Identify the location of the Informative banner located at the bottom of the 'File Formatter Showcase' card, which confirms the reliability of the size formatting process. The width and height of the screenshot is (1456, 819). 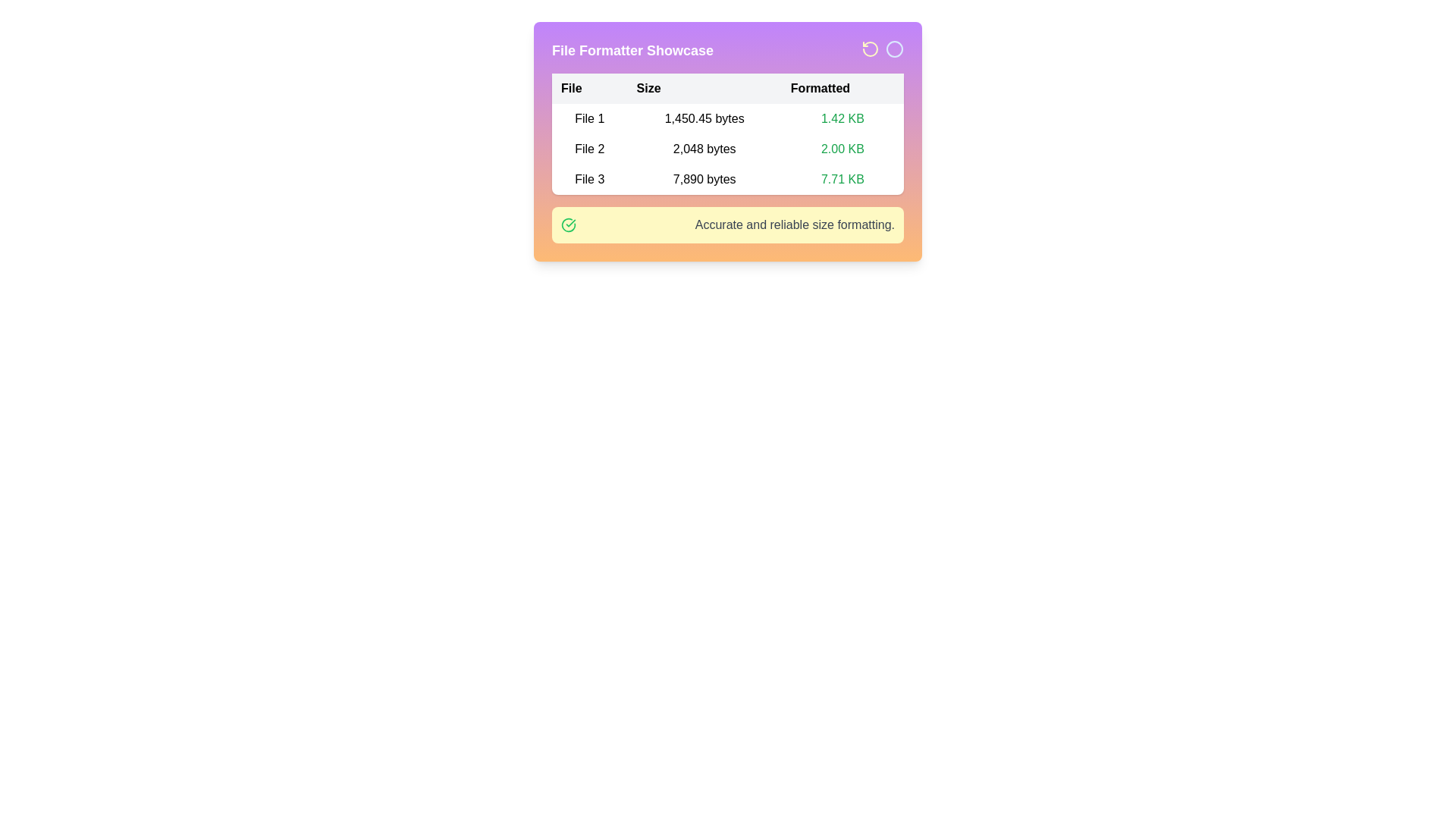
(728, 225).